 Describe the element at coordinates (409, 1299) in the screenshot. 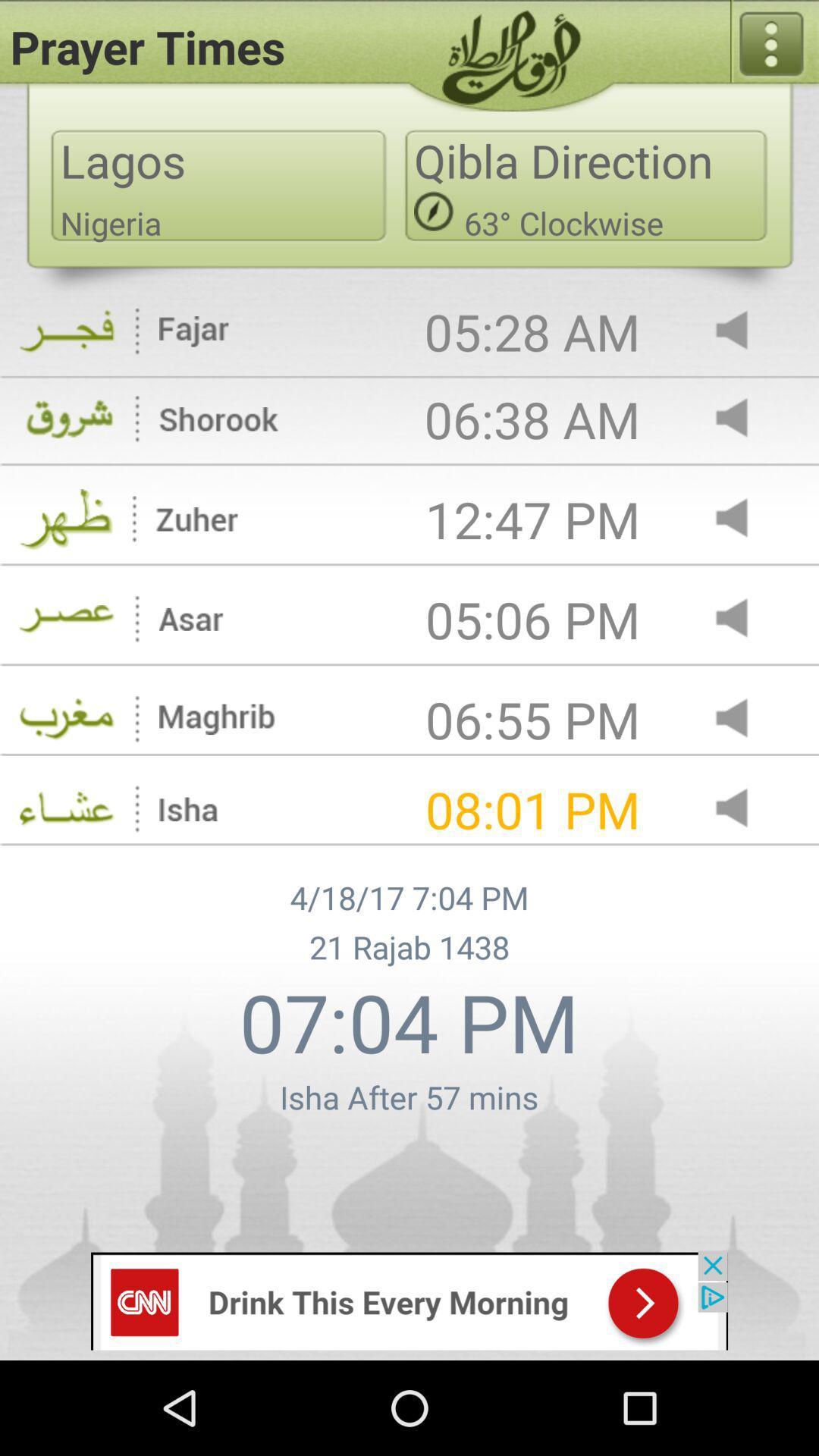

I see `advertisement` at that location.